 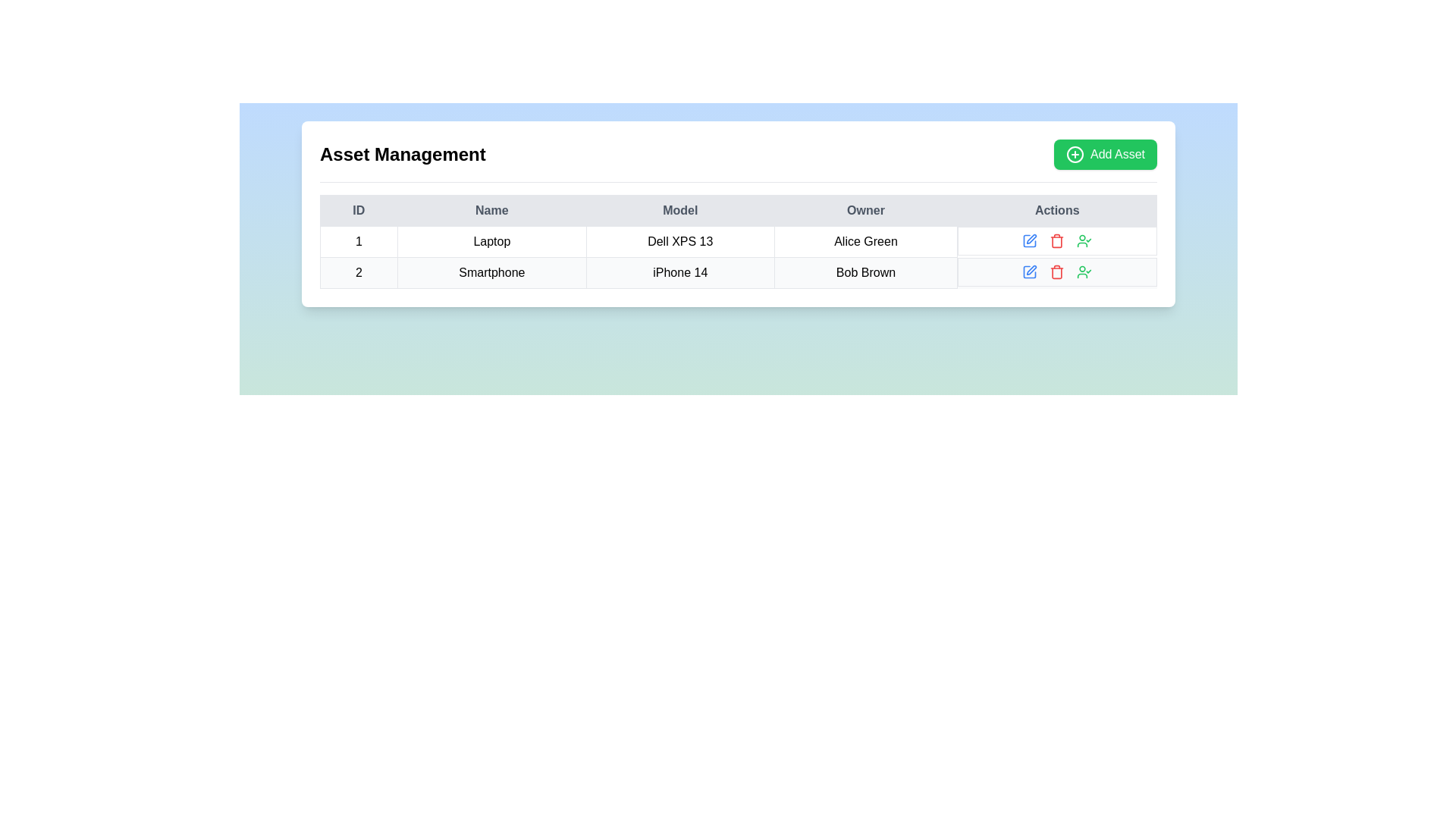 I want to click on the text label displaying 'iPhone 14' in the second row of the table under the 'Model' column, located between 'Smartphone' and 'Bob Brown', so click(x=679, y=271).